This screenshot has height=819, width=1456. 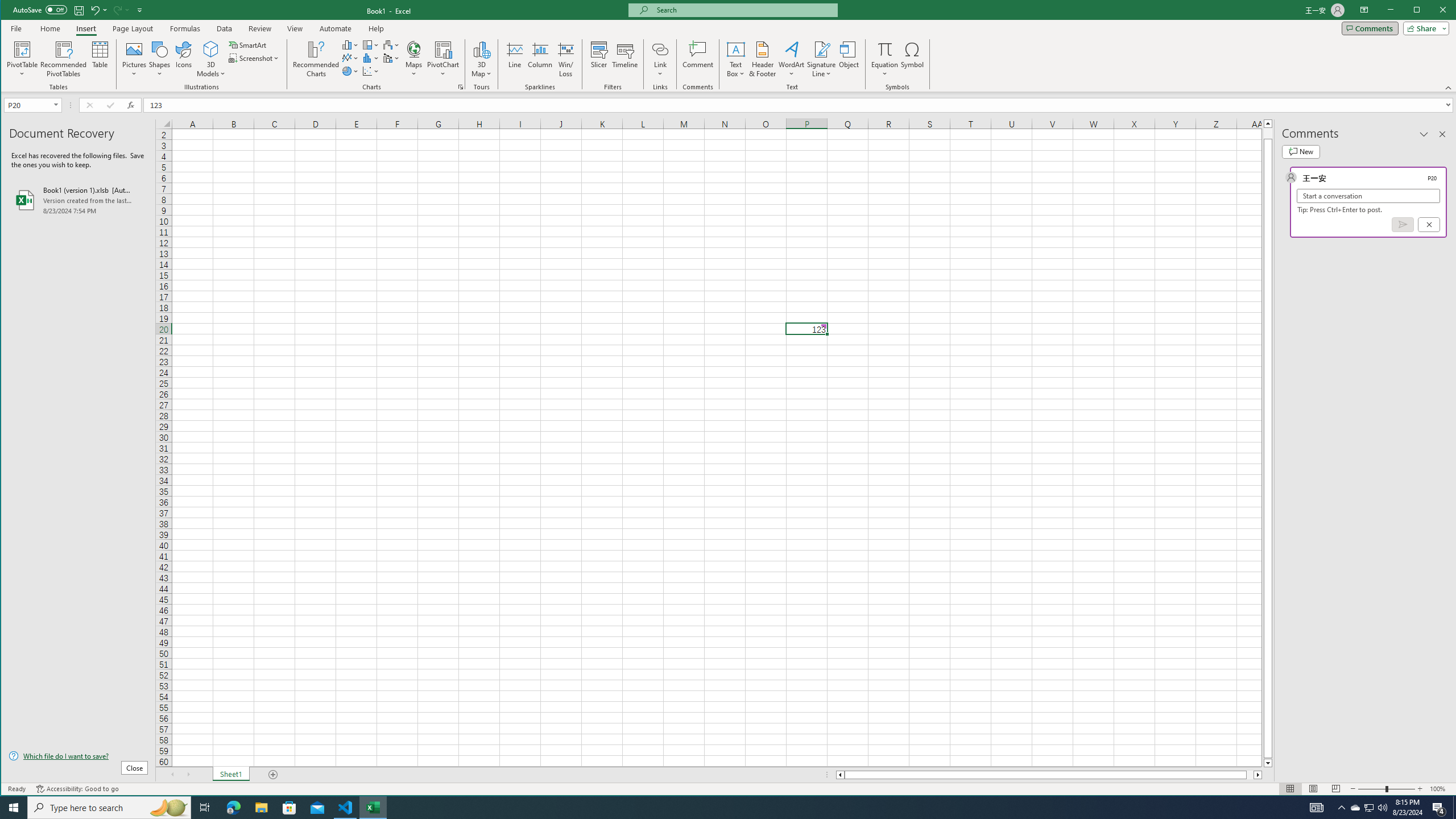 I want to click on 'Recommended PivotTables', so click(x=63, y=59).